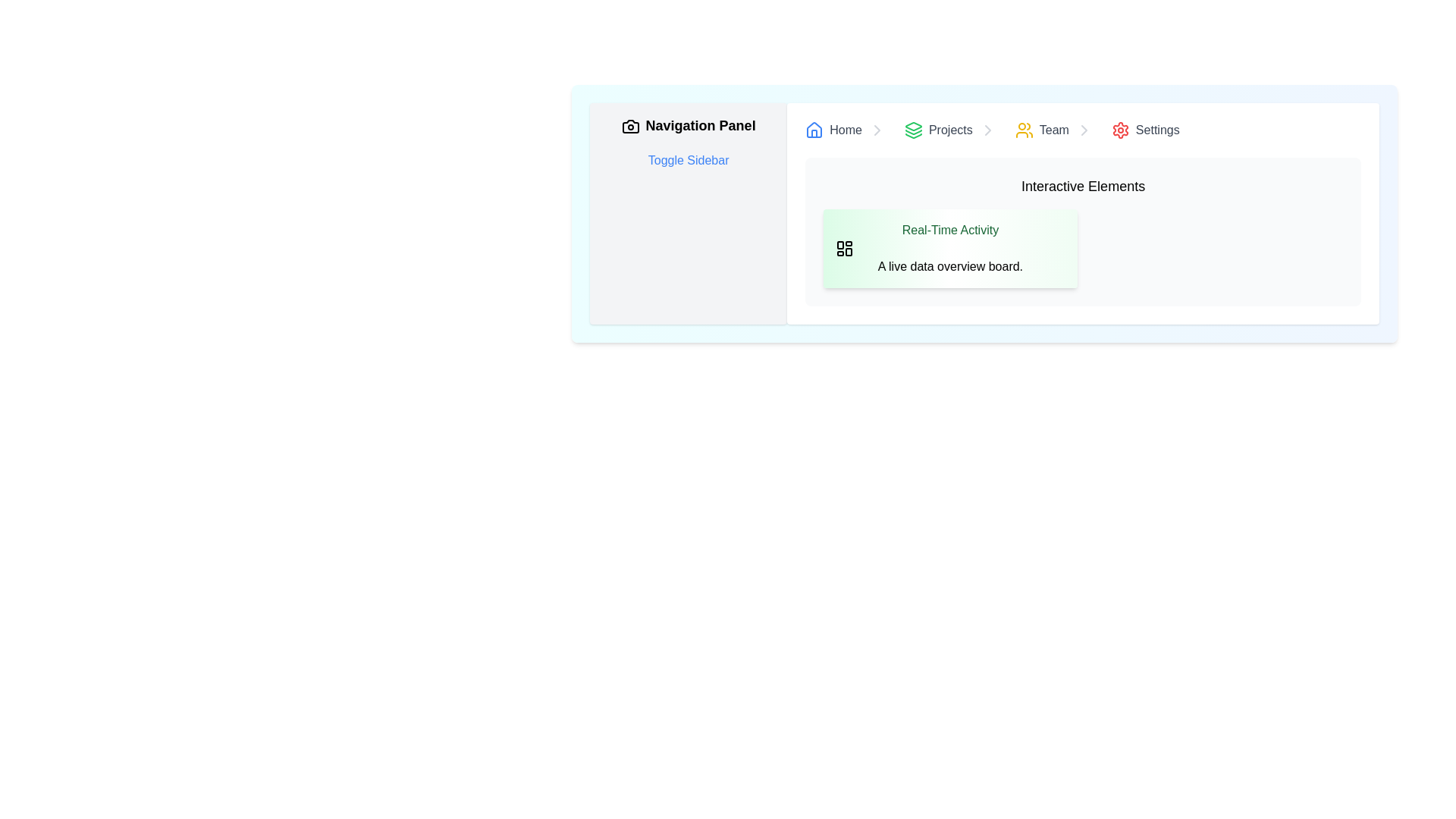 This screenshot has height=819, width=1456. What do you see at coordinates (1120, 130) in the screenshot?
I see `the gear-wheel icon with a red stroke next to the 'Settings' label` at bounding box center [1120, 130].